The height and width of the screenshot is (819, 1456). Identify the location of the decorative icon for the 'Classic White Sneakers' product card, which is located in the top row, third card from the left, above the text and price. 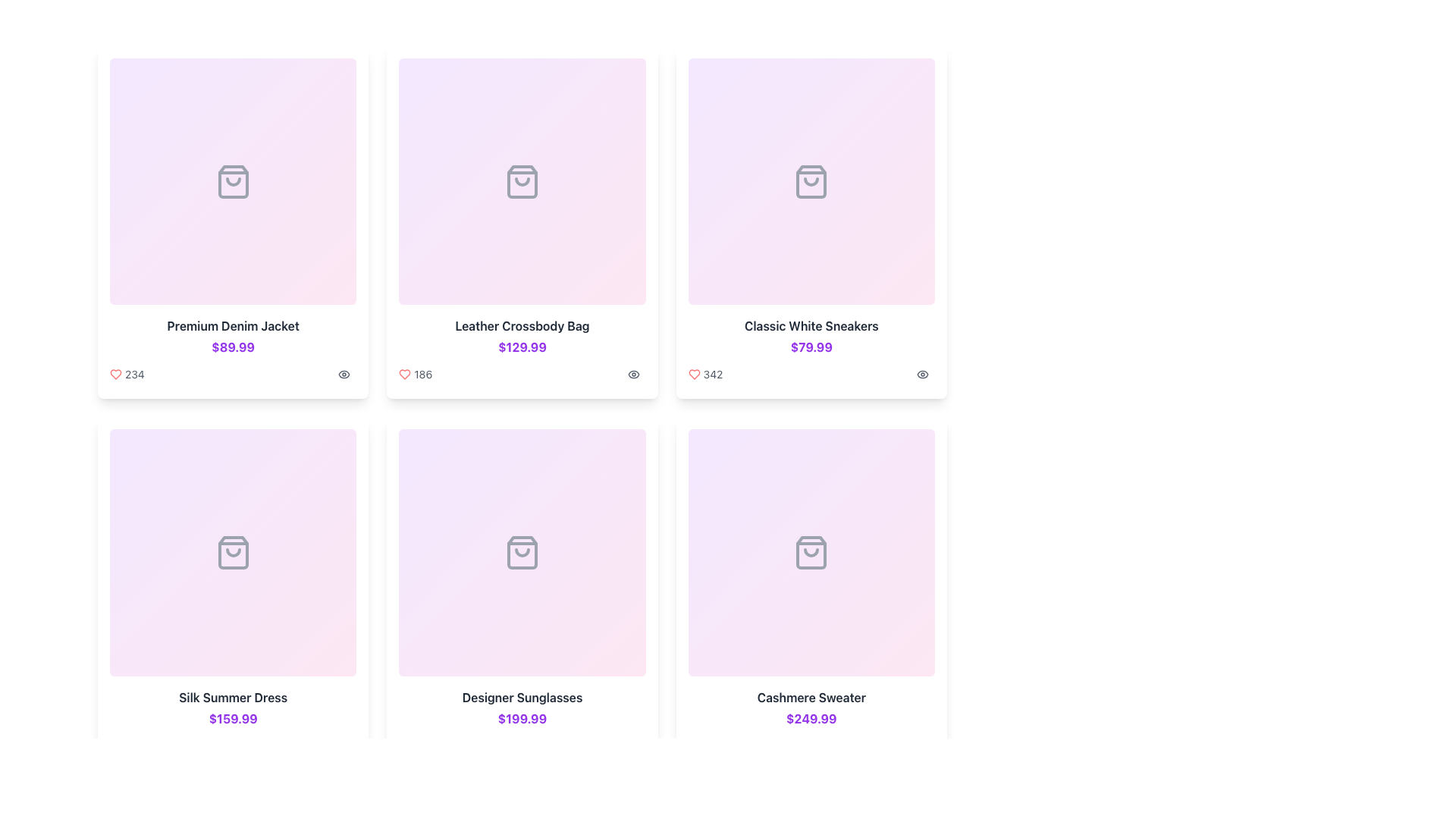
(811, 180).